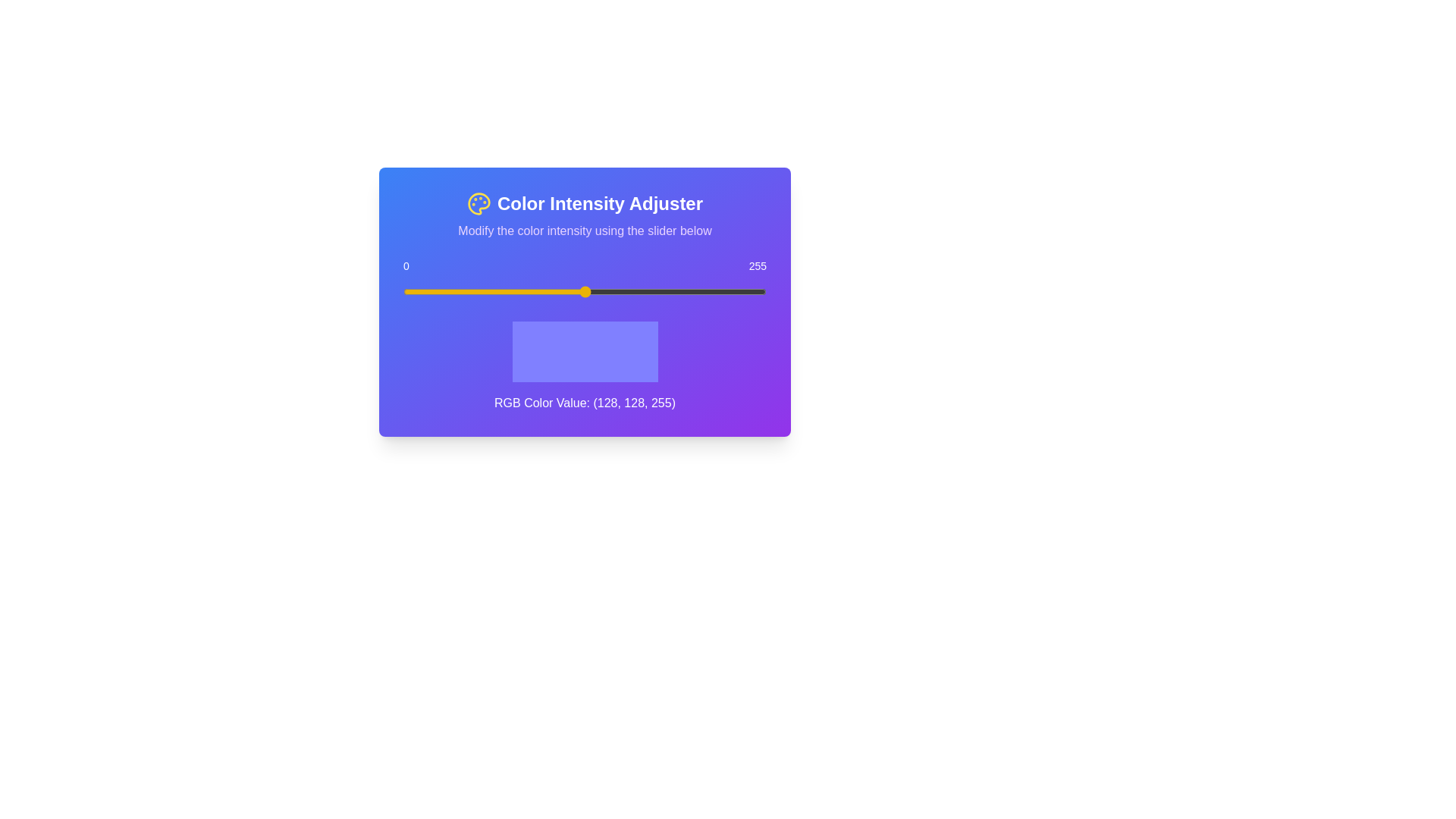 The height and width of the screenshot is (819, 1456). Describe the element at coordinates (582, 292) in the screenshot. I see `the slider to set the color intensity to 126` at that location.